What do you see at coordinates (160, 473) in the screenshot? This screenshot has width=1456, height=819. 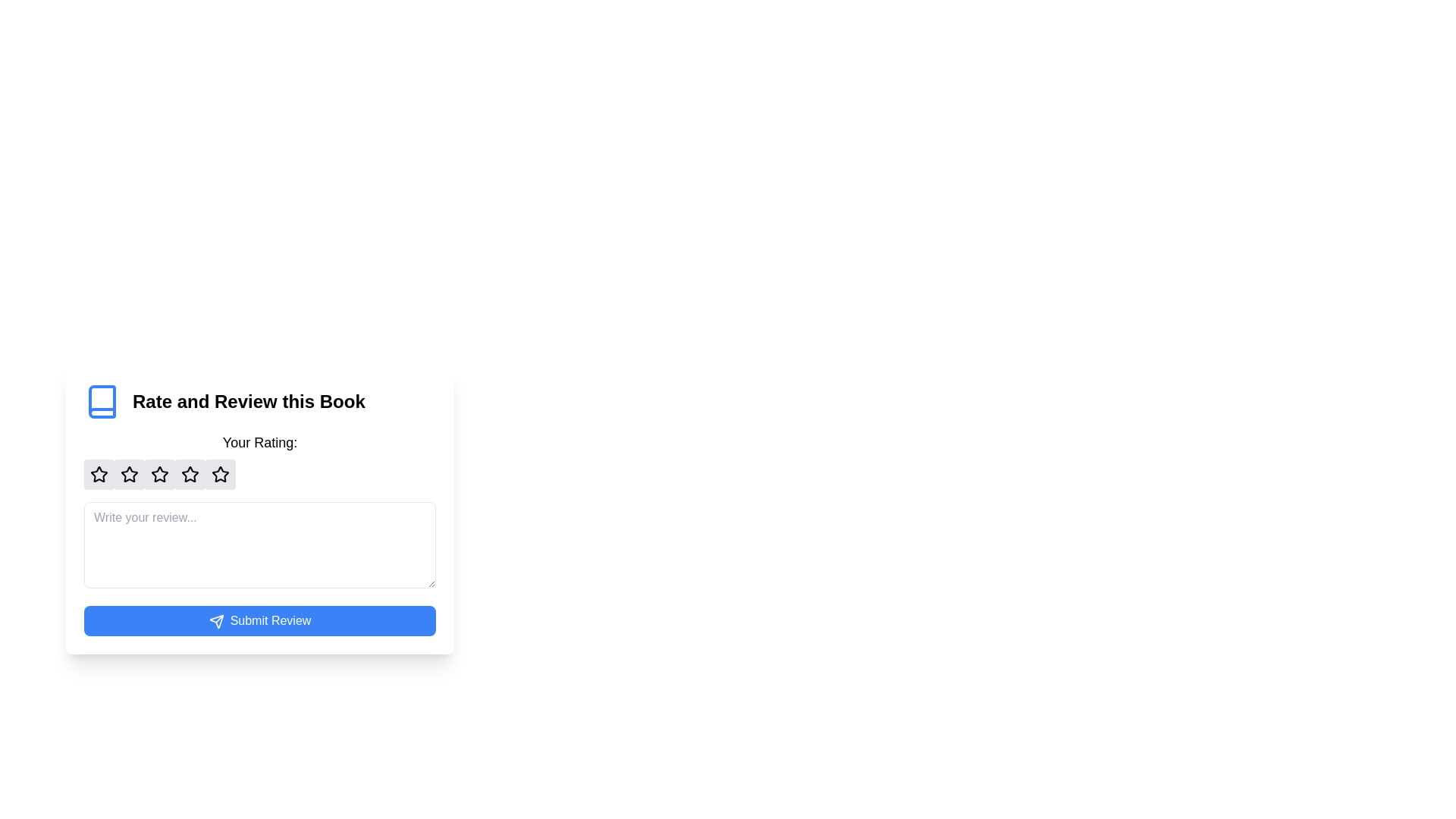 I see `the third star icon within the circular button of the star rating widget to rate it` at bounding box center [160, 473].